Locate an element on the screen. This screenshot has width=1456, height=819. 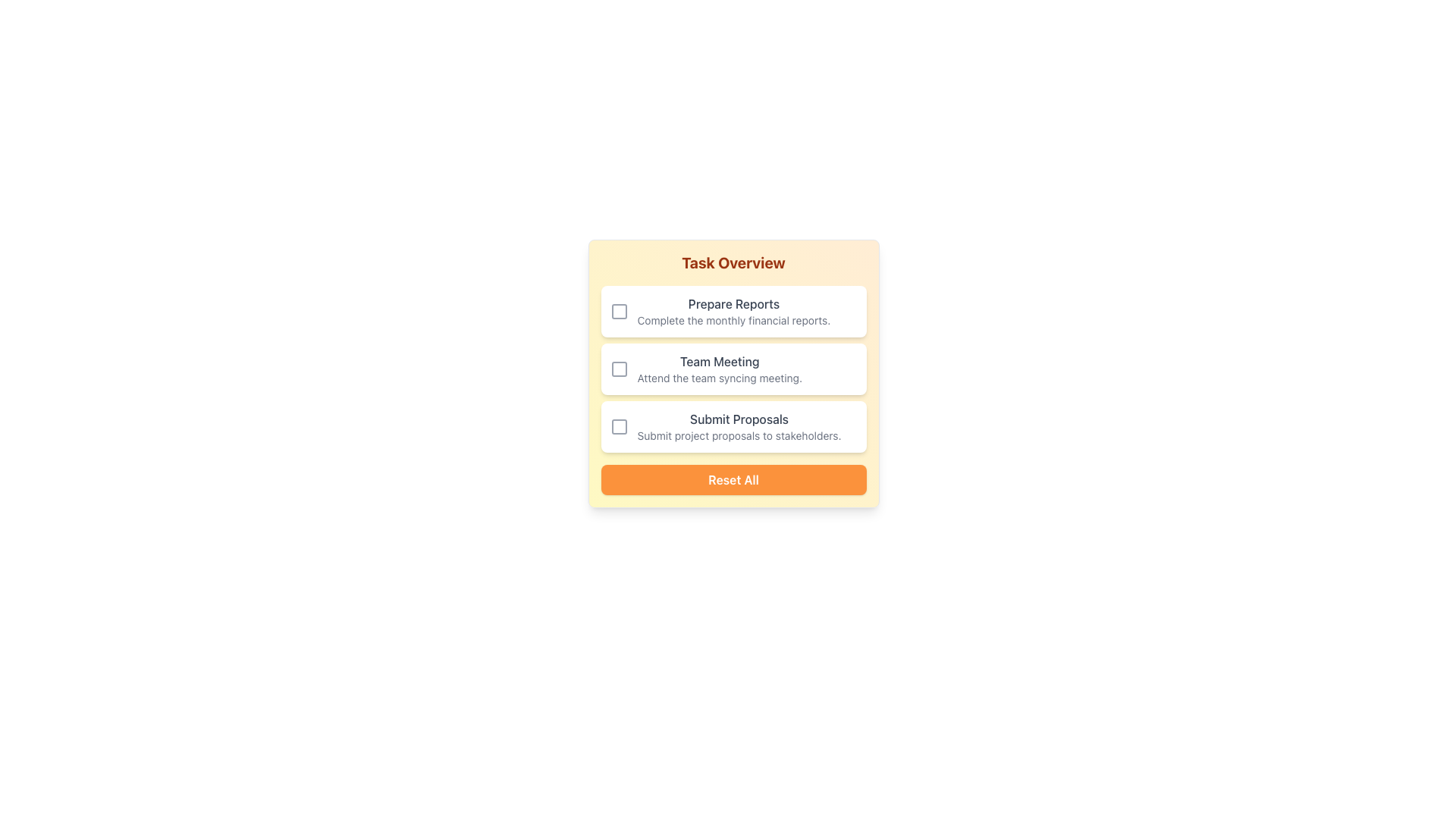
the checkbox for the task 'Prepare Reports' is located at coordinates (619, 311).